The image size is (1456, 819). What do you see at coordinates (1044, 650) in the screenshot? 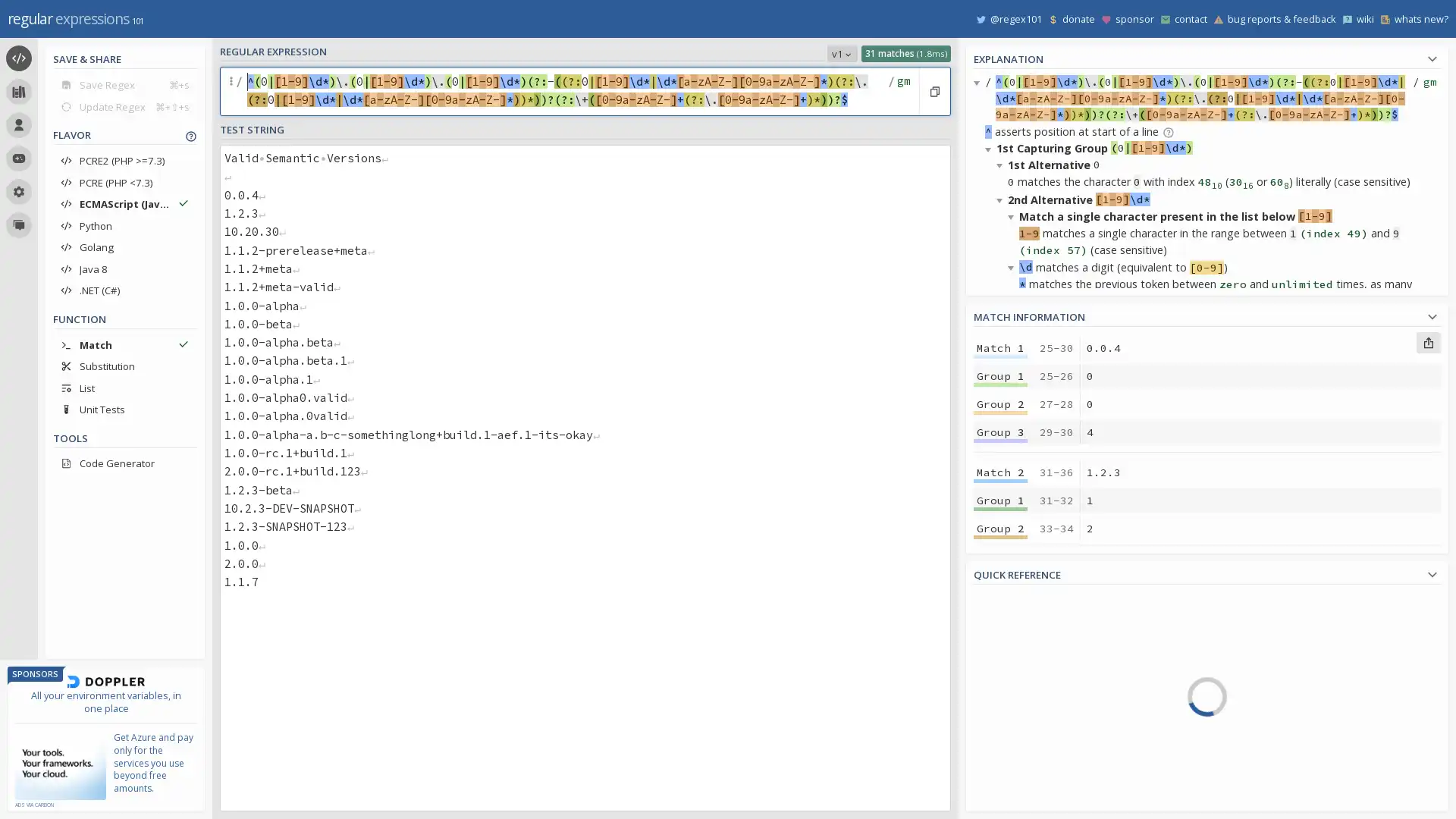
I see `Common Tokens` at bounding box center [1044, 650].